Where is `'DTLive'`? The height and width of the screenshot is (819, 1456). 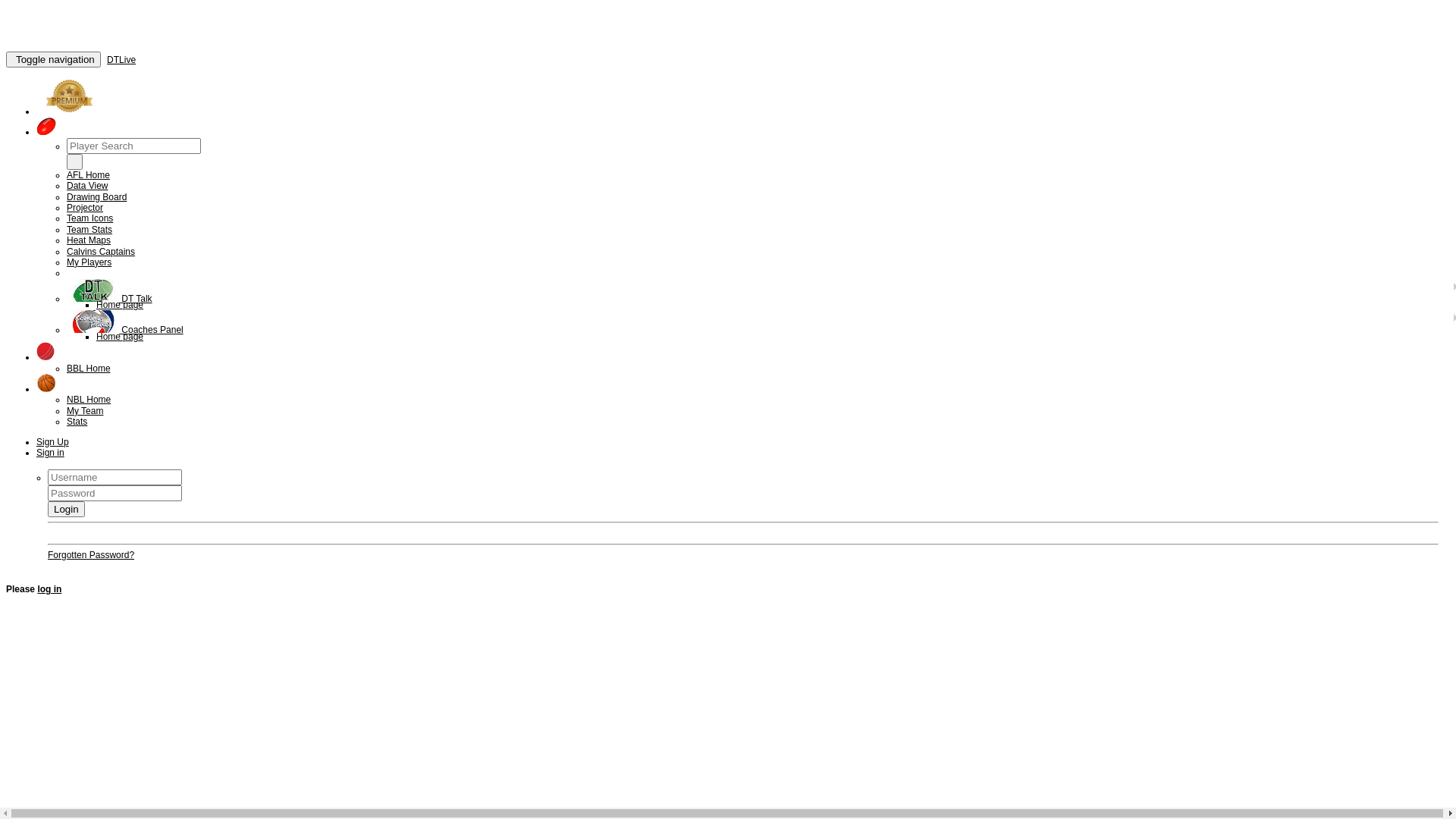 'DTLive' is located at coordinates (120, 58).